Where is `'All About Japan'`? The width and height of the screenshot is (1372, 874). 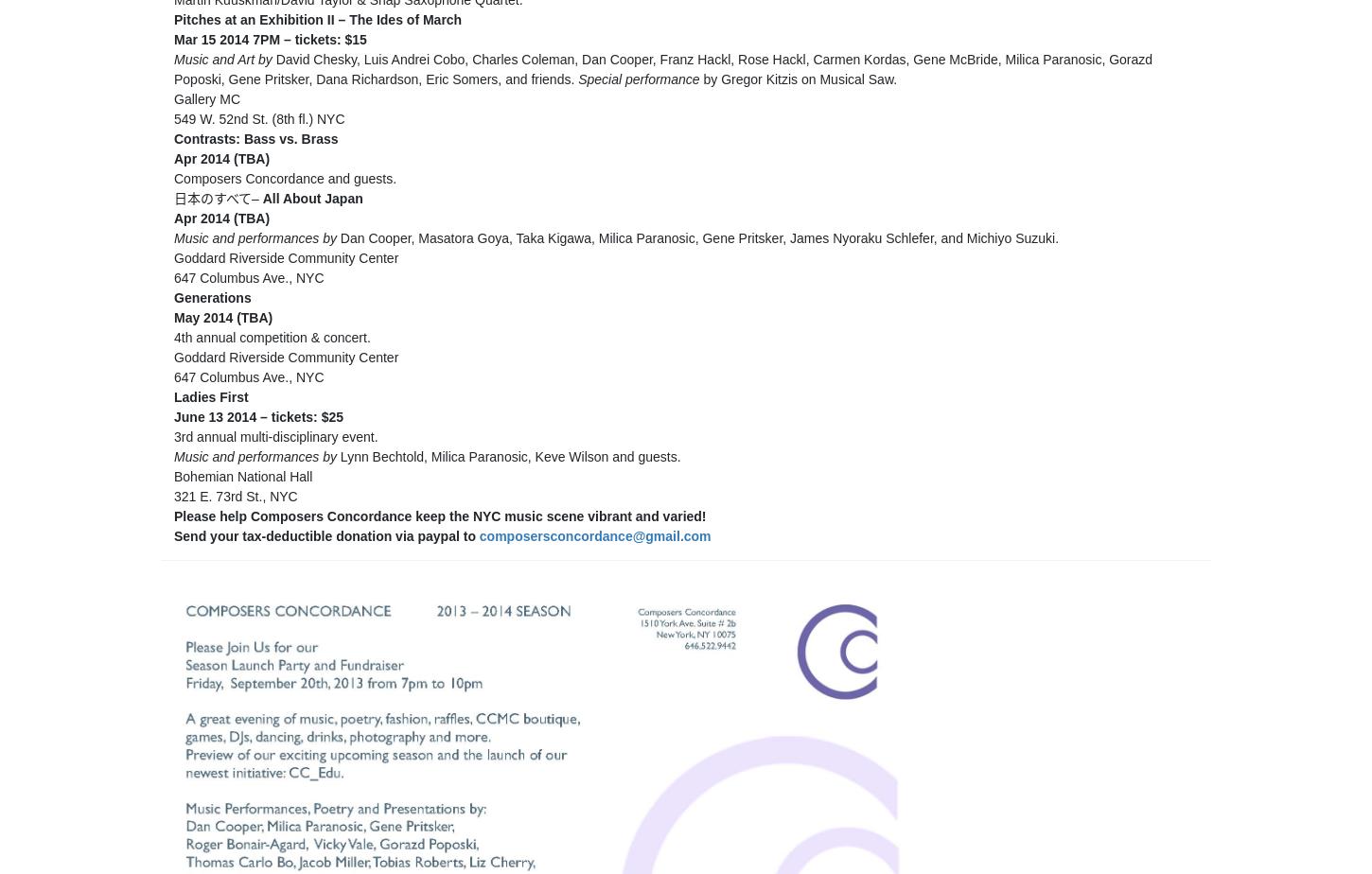 'All About Japan' is located at coordinates (312, 199).